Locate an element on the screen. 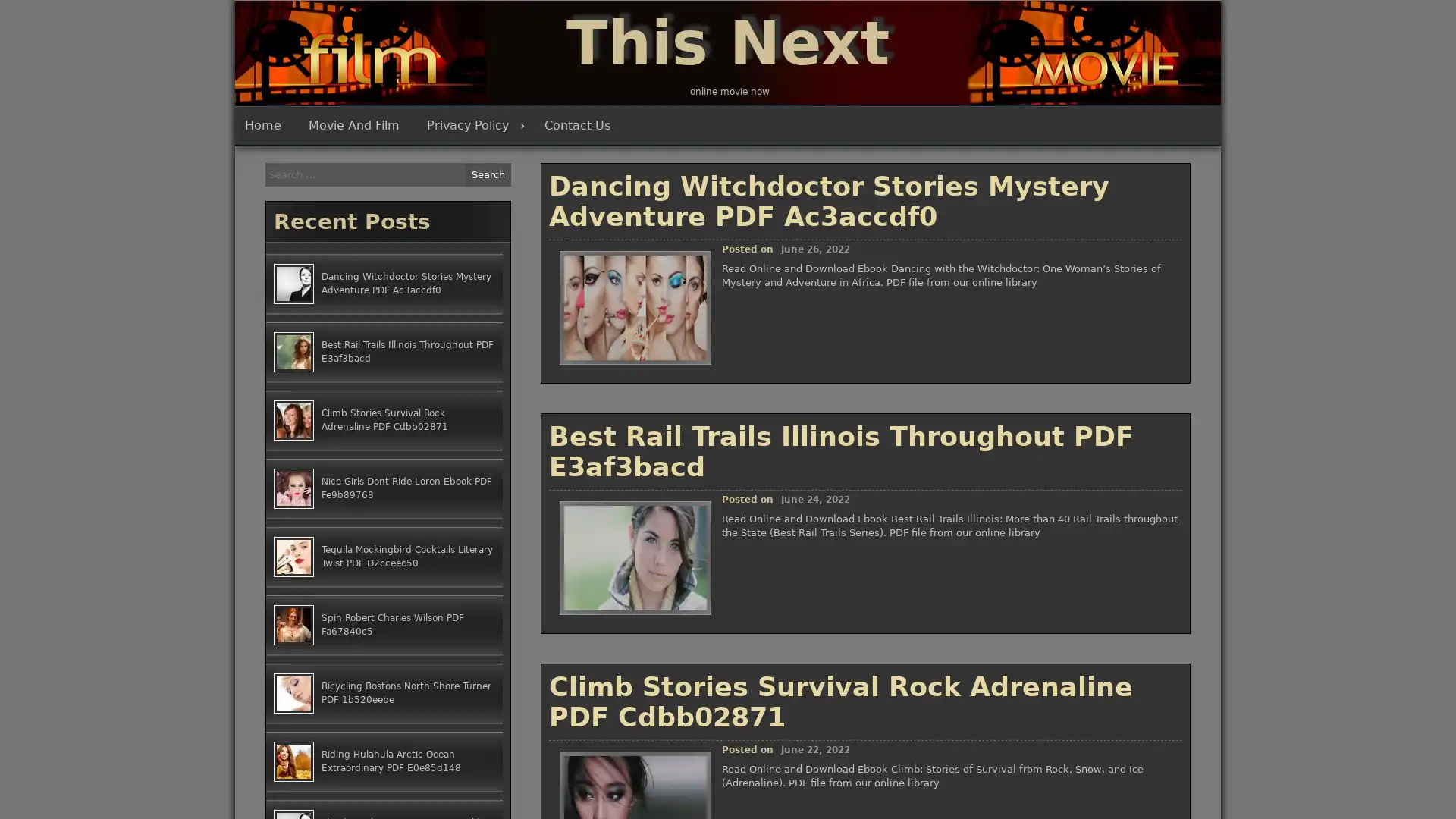  Search is located at coordinates (488, 174).